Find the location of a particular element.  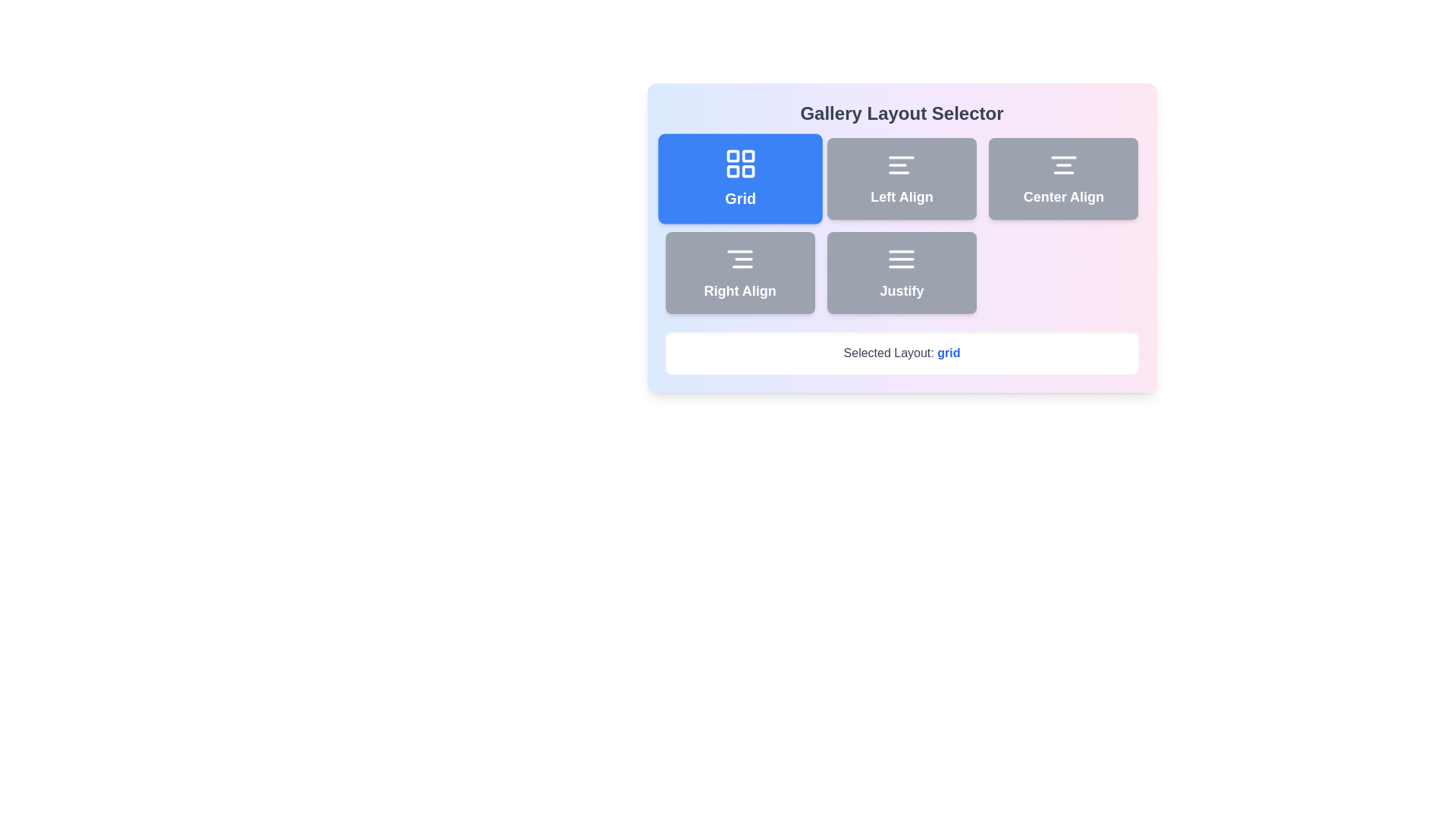

the blue rectangular button labeled 'Grid' with a grid layout icon is located at coordinates (740, 177).